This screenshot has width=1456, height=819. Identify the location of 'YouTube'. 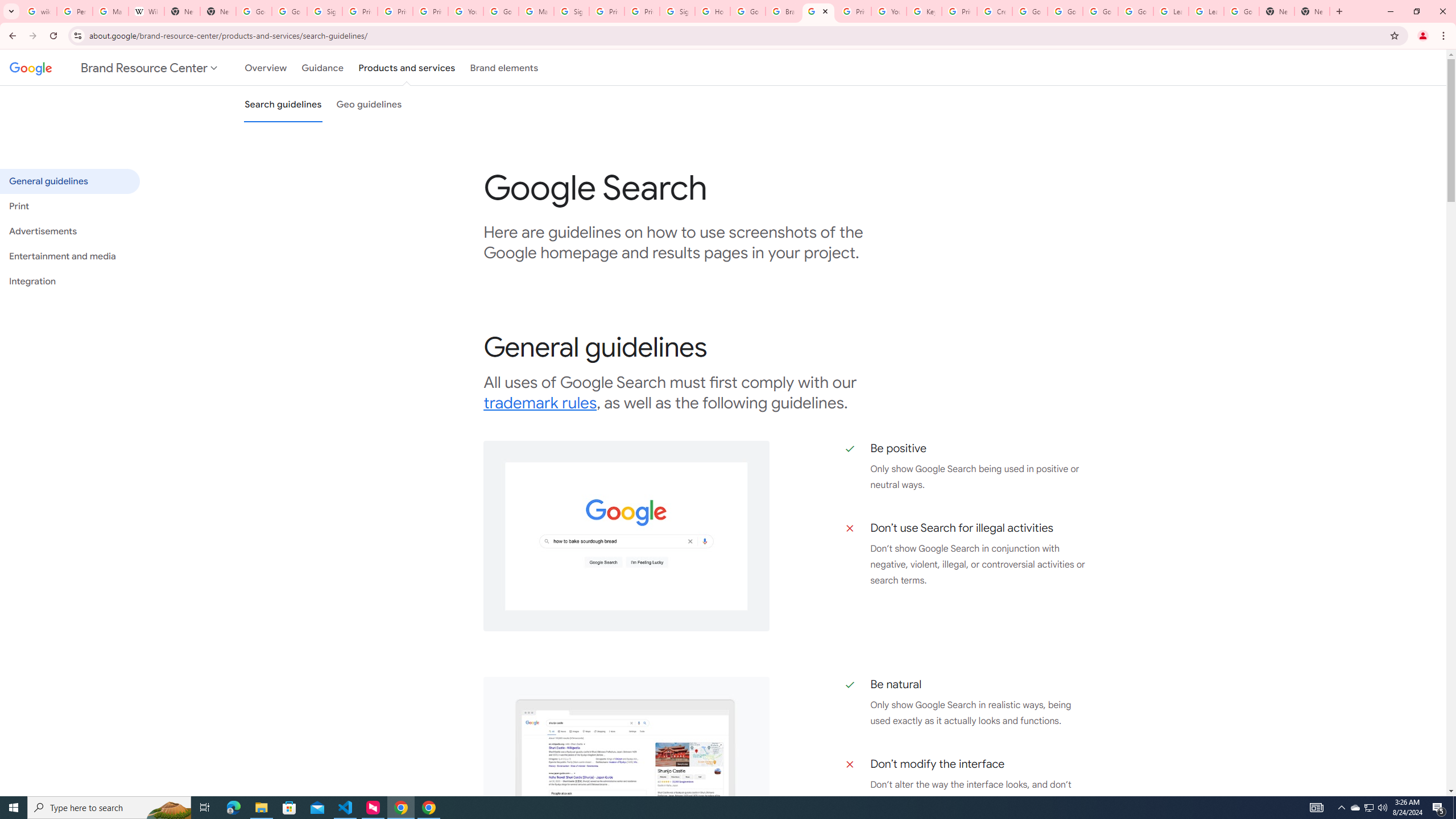
(466, 11).